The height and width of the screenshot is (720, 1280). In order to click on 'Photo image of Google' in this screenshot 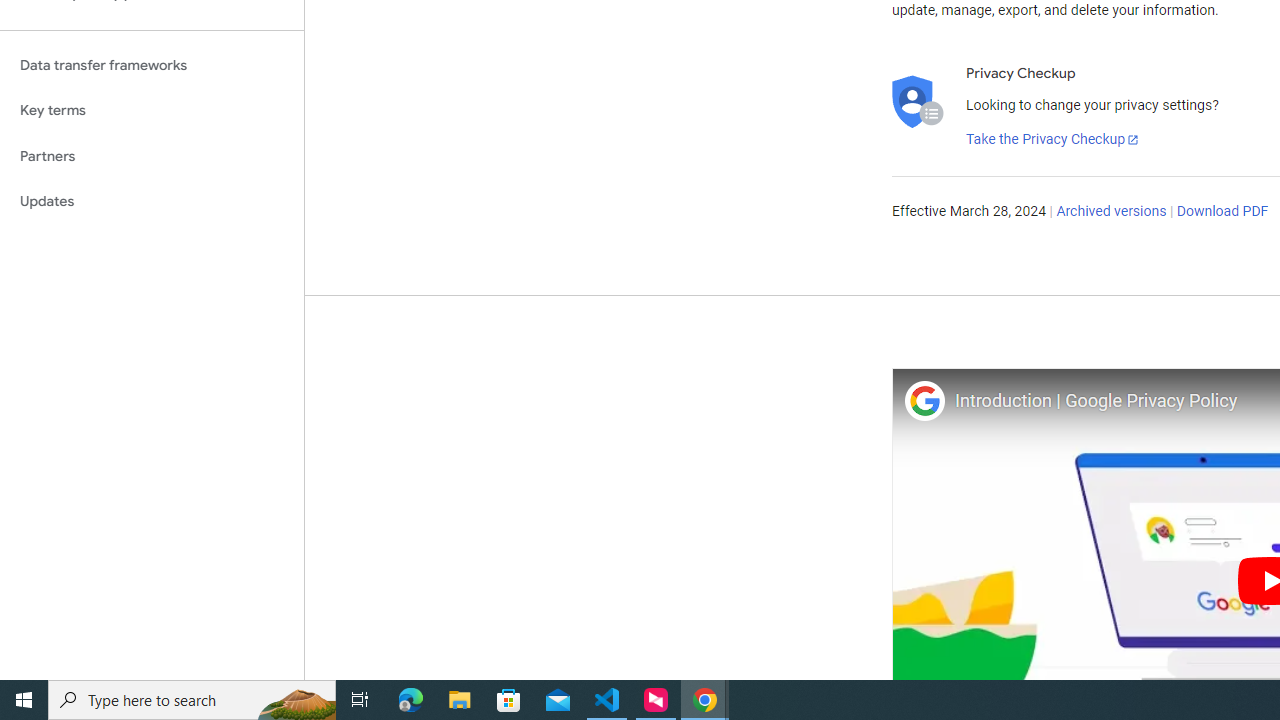, I will do `click(923, 400)`.